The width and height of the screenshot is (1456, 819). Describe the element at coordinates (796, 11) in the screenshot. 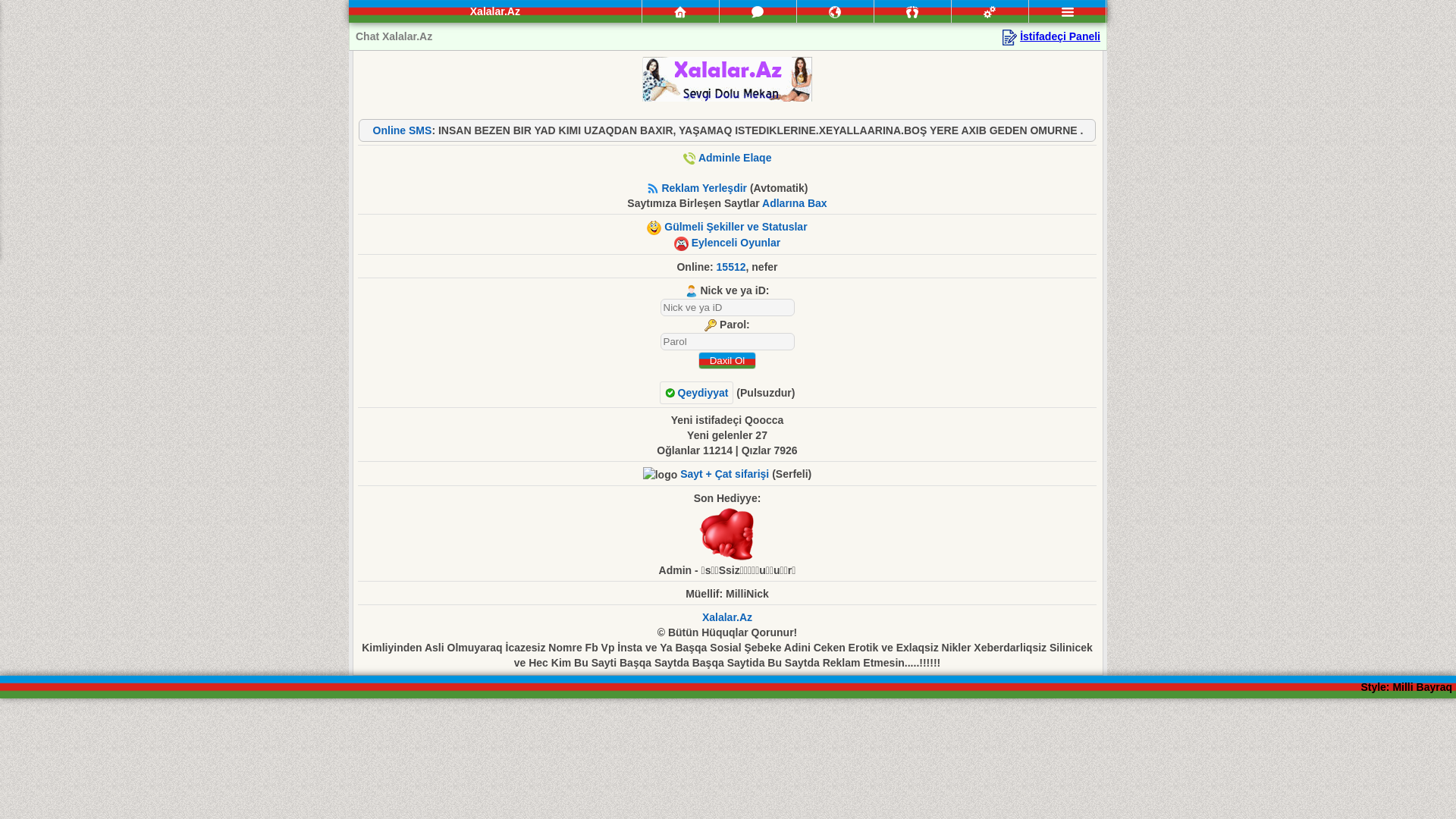

I see `'Mektublar'` at that location.